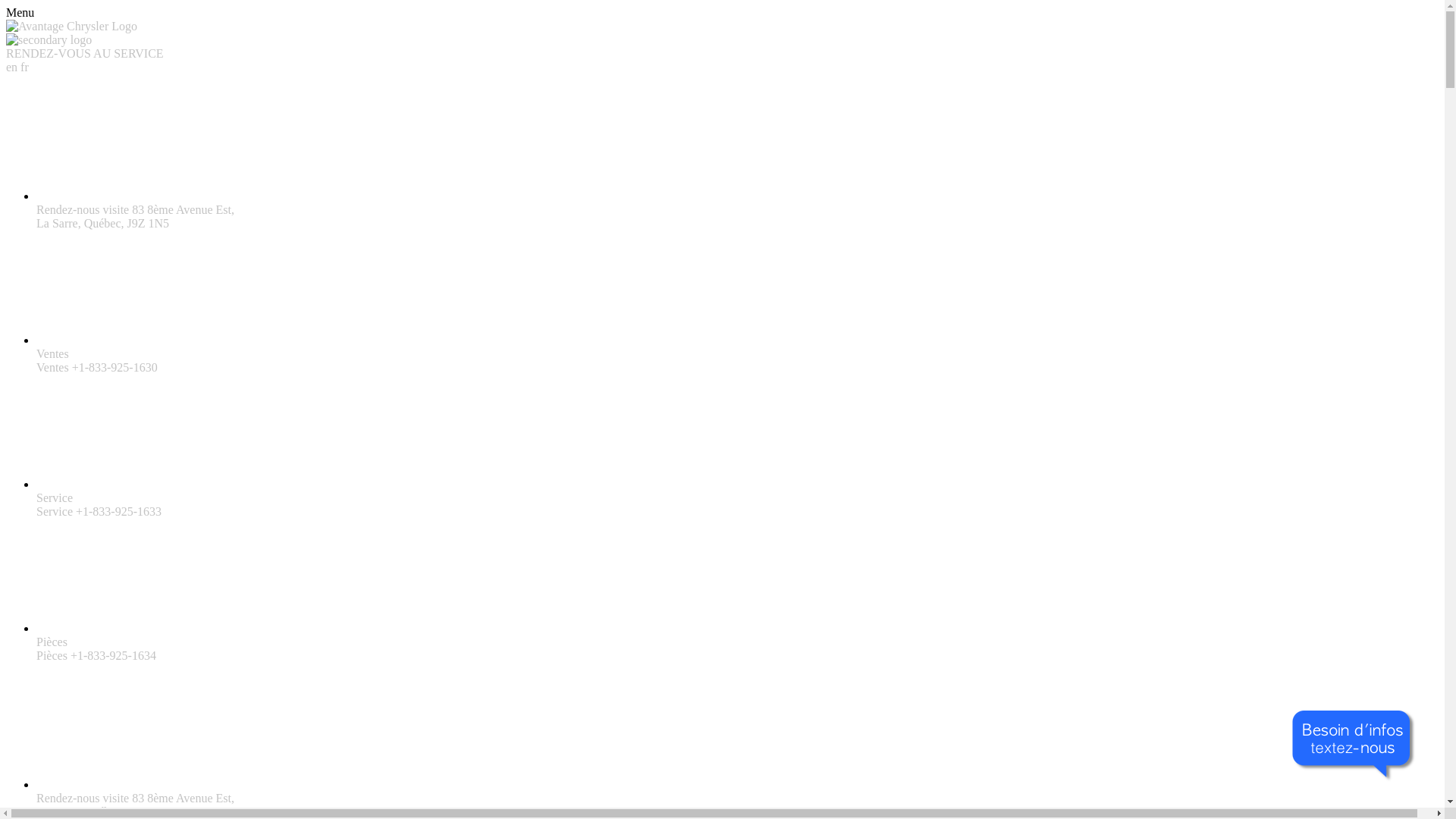 Image resolution: width=1456 pixels, height=819 pixels. I want to click on 'en', so click(13, 66).